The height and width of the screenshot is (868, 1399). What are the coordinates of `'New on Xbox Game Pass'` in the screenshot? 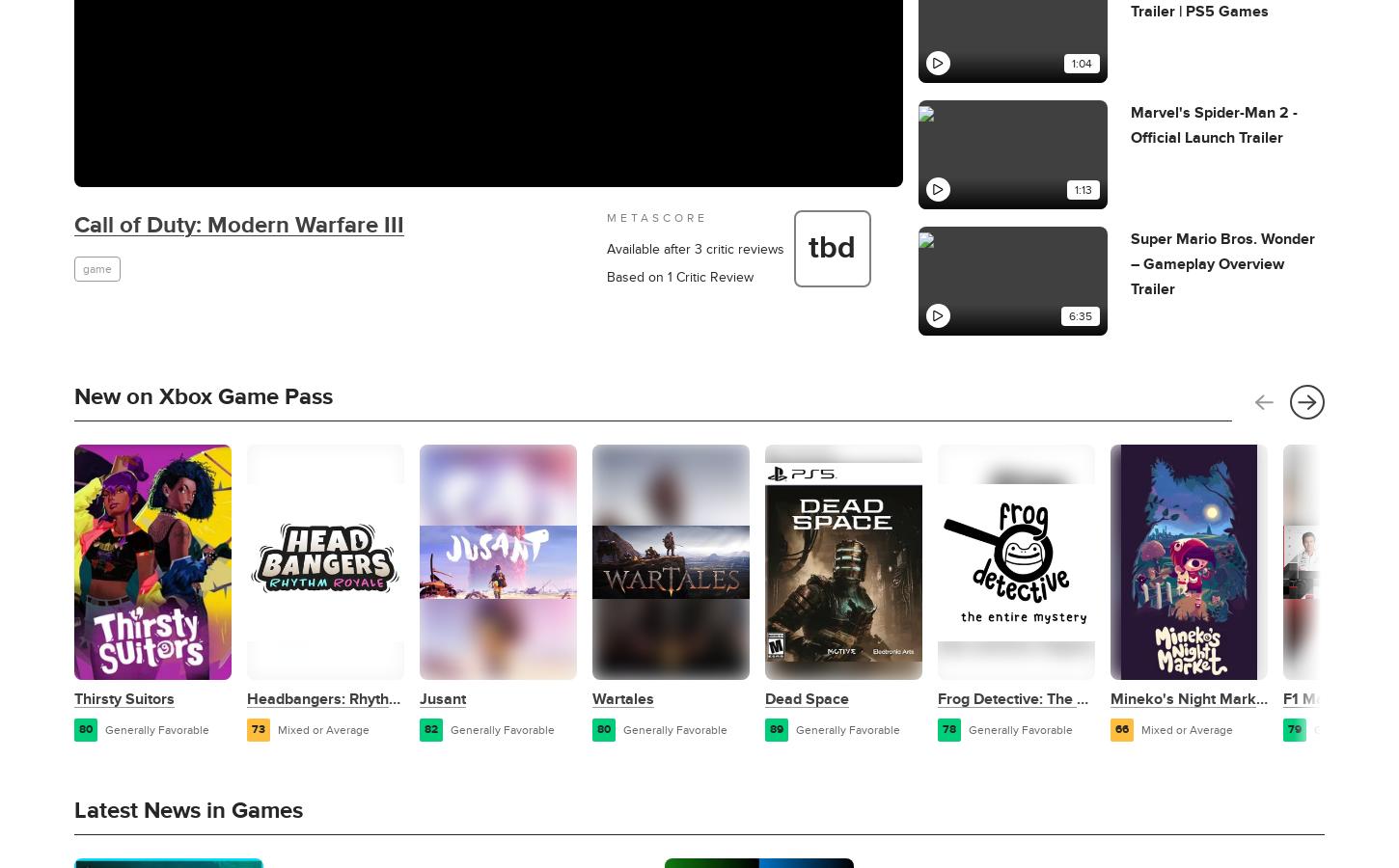 It's located at (202, 396).